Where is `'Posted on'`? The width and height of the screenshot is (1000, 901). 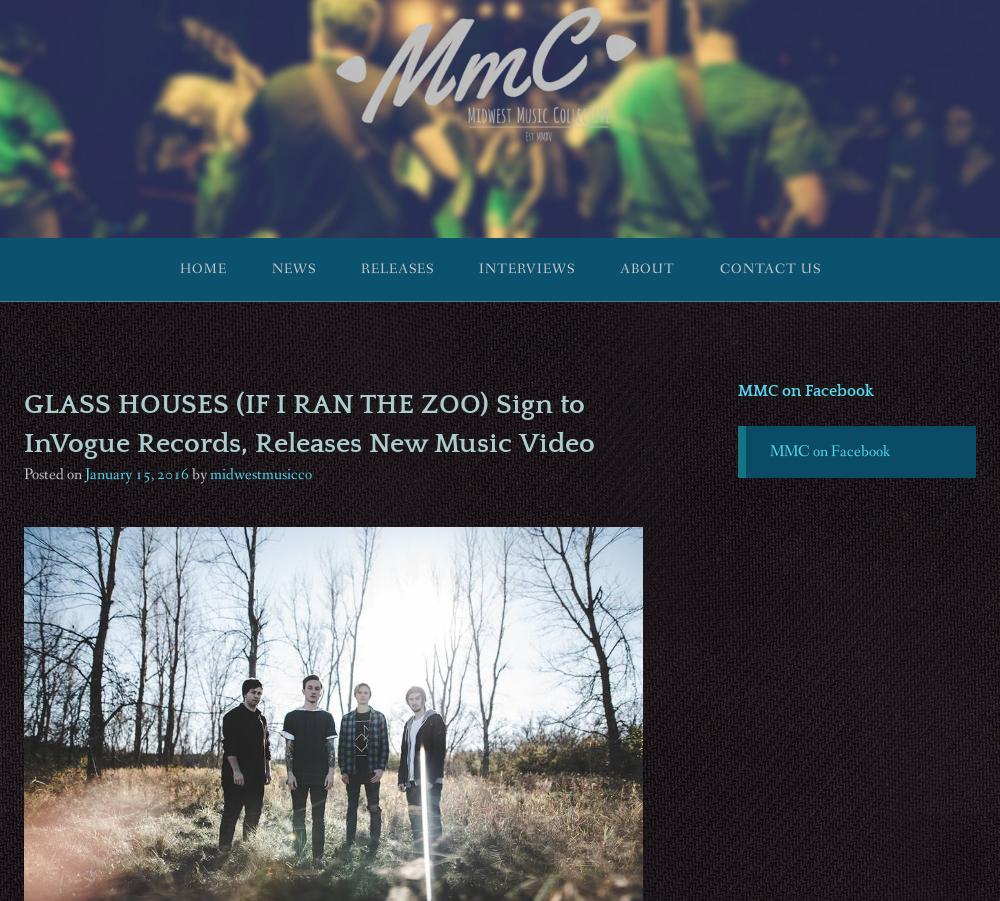 'Posted on' is located at coordinates (54, 473).